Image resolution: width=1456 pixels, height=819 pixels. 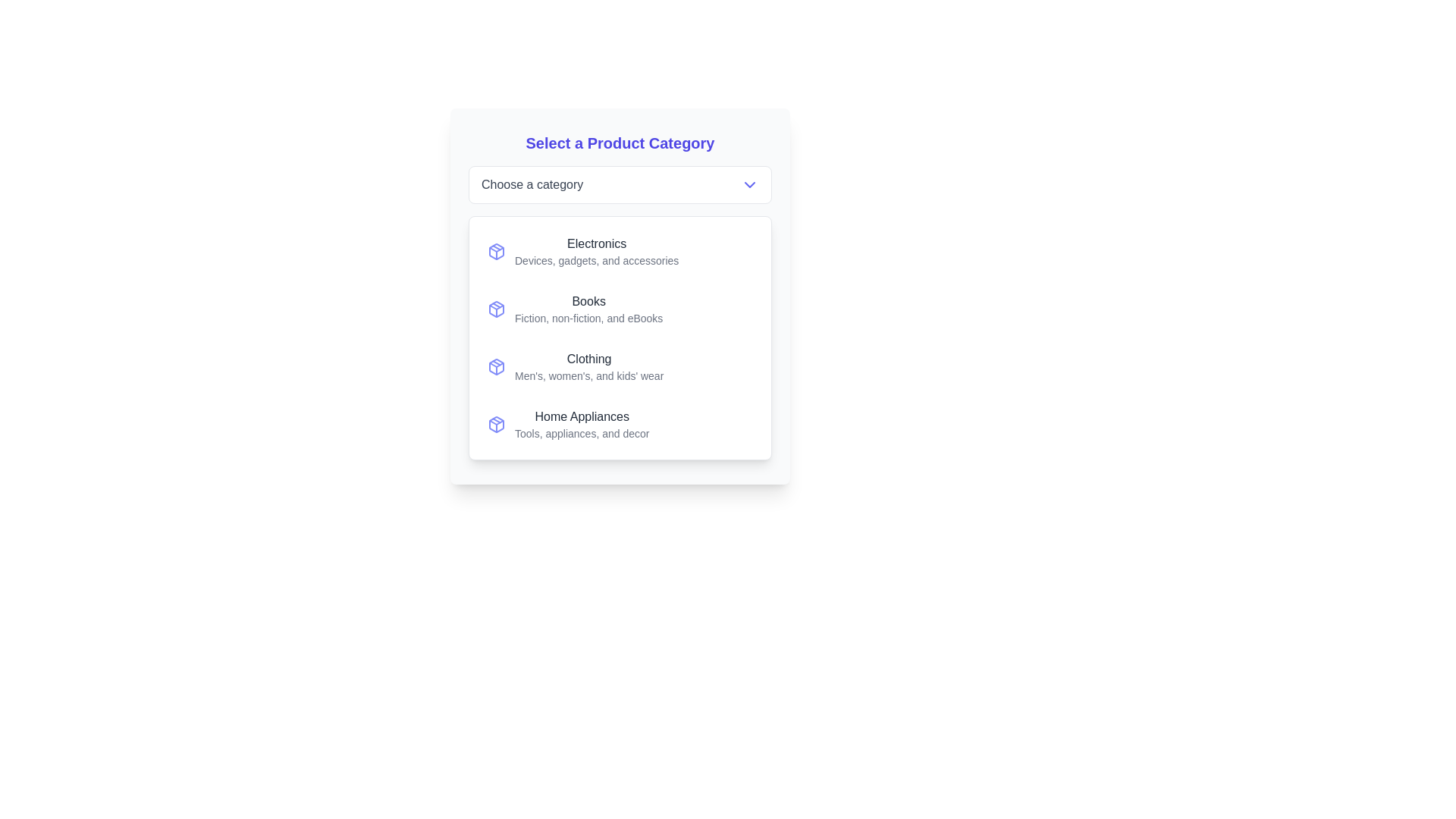 I want to click on the 'Home Appliances' icon, which is the fourth item in the product categories list, so click(x=496, y=424).